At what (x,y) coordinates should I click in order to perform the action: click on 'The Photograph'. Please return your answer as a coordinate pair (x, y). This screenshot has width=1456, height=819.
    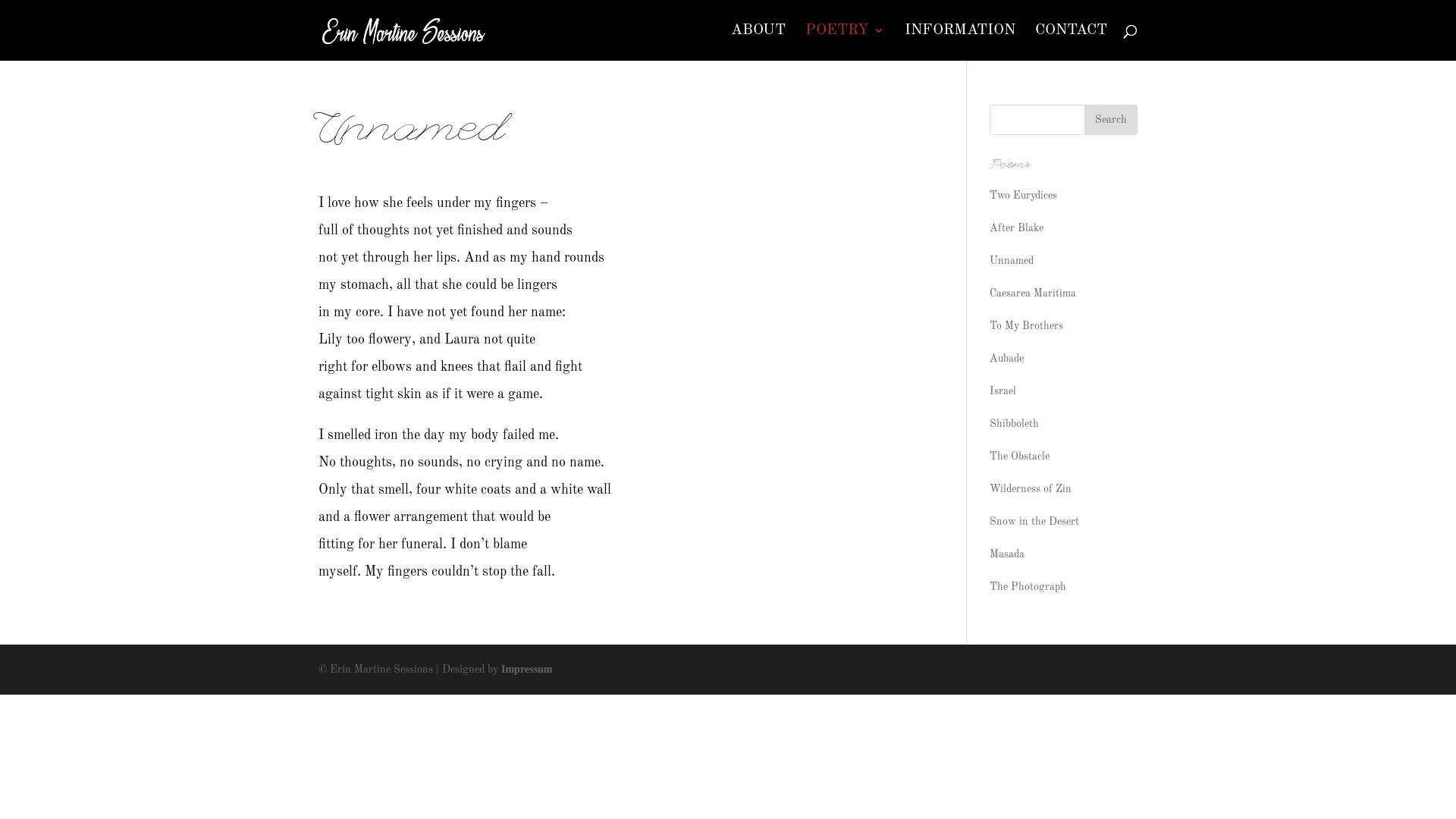
    Looking at the image, I should click on (990, 586).